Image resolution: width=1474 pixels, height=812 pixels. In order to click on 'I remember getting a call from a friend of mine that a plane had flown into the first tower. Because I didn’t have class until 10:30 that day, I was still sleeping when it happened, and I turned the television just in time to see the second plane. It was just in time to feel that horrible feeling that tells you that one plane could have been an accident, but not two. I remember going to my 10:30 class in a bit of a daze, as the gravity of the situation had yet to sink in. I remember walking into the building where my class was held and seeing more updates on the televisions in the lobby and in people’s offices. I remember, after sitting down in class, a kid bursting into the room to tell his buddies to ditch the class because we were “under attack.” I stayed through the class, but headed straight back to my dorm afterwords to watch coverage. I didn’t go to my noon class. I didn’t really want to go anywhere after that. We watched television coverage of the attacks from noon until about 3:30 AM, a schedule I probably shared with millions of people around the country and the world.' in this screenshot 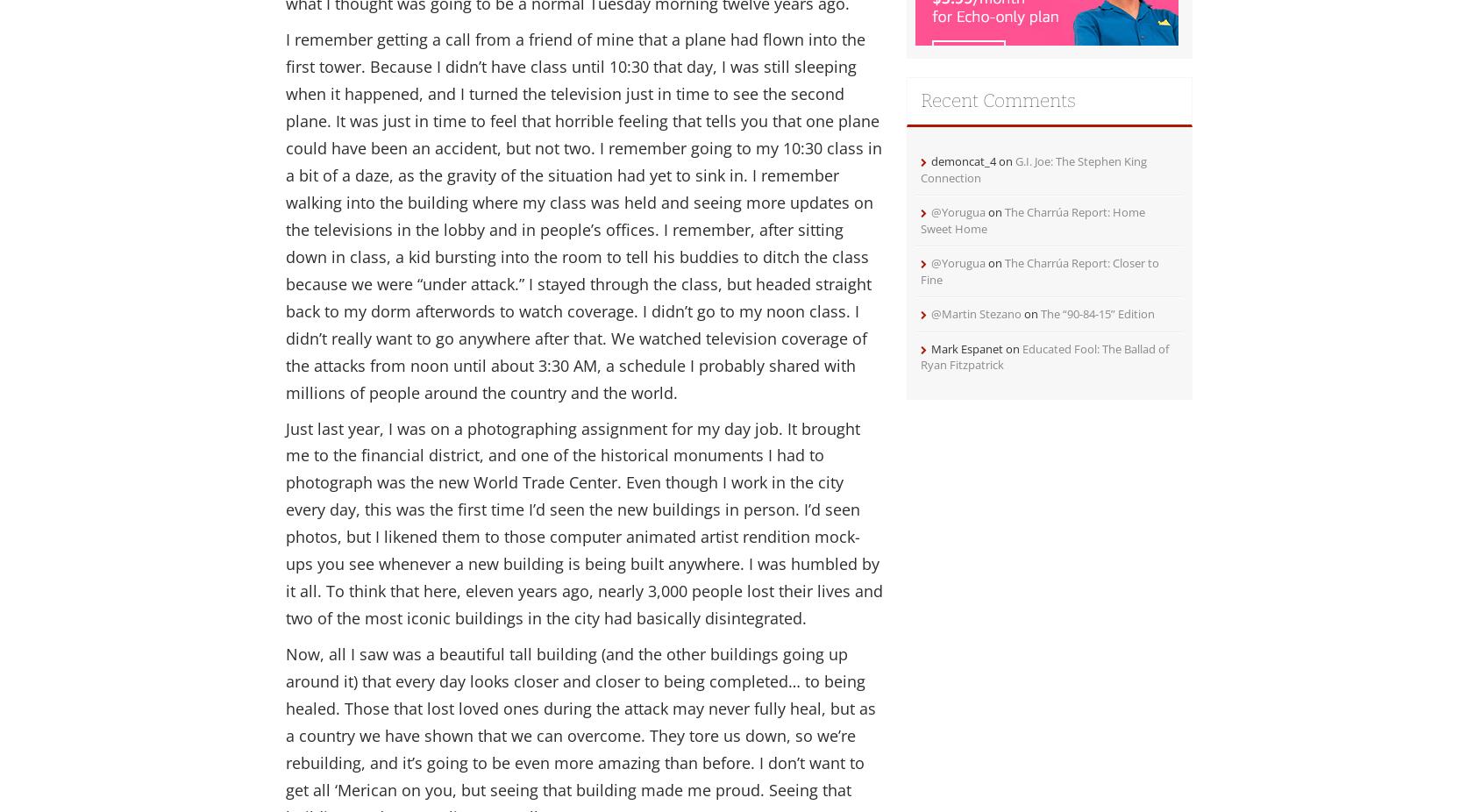, I will do `click(582, 216)`.